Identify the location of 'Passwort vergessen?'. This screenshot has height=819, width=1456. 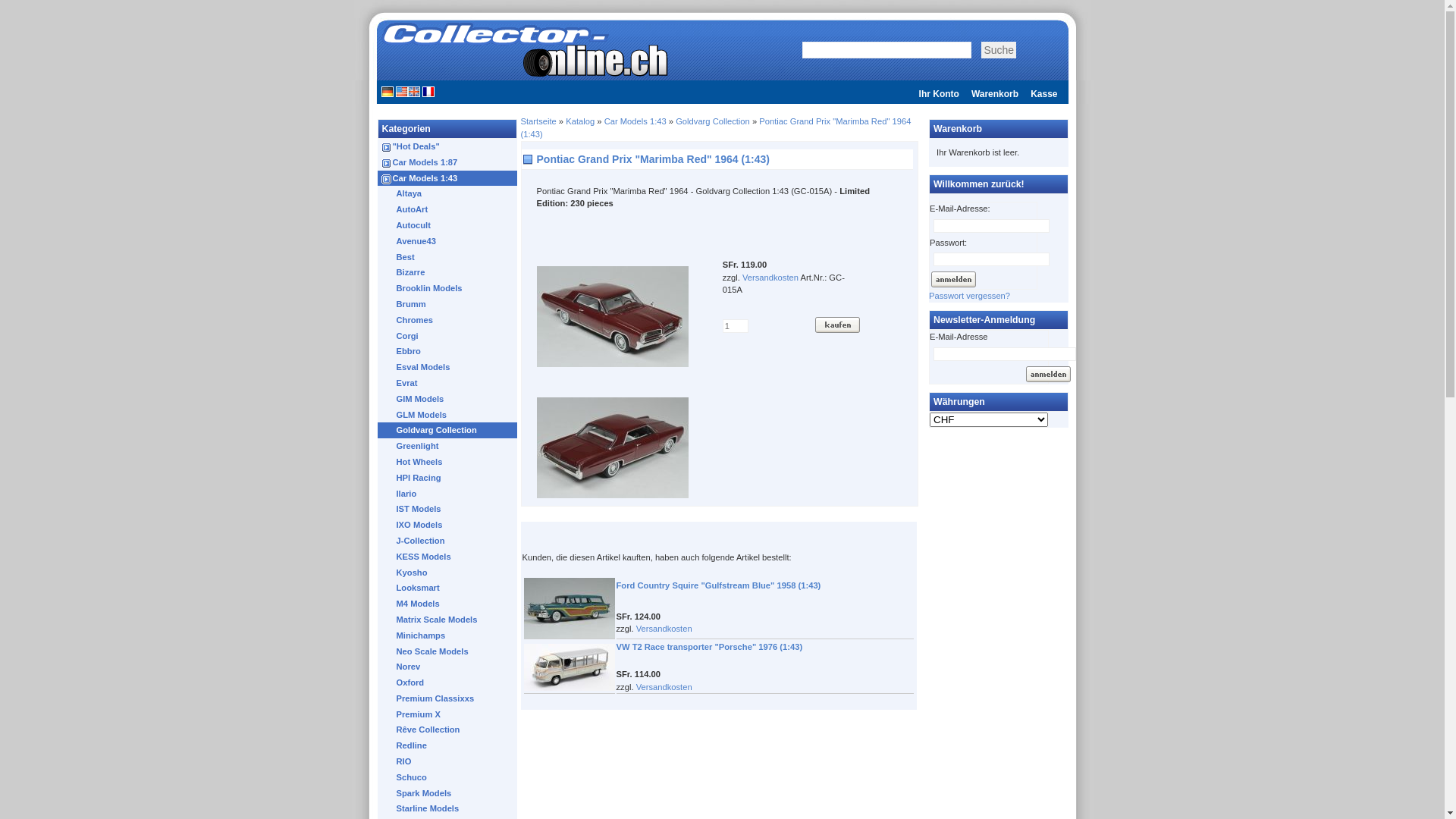
(968, 295).